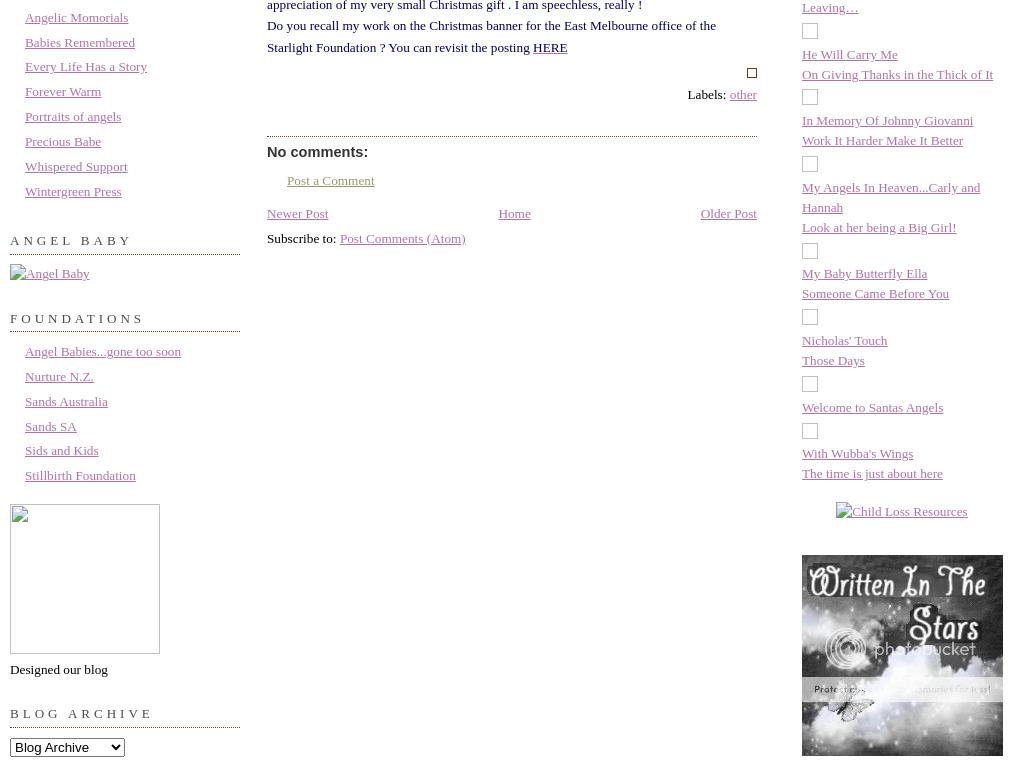 This screenshot has height=773, width=1024. I want to click on 'Whispered Support', so click(74, 165).